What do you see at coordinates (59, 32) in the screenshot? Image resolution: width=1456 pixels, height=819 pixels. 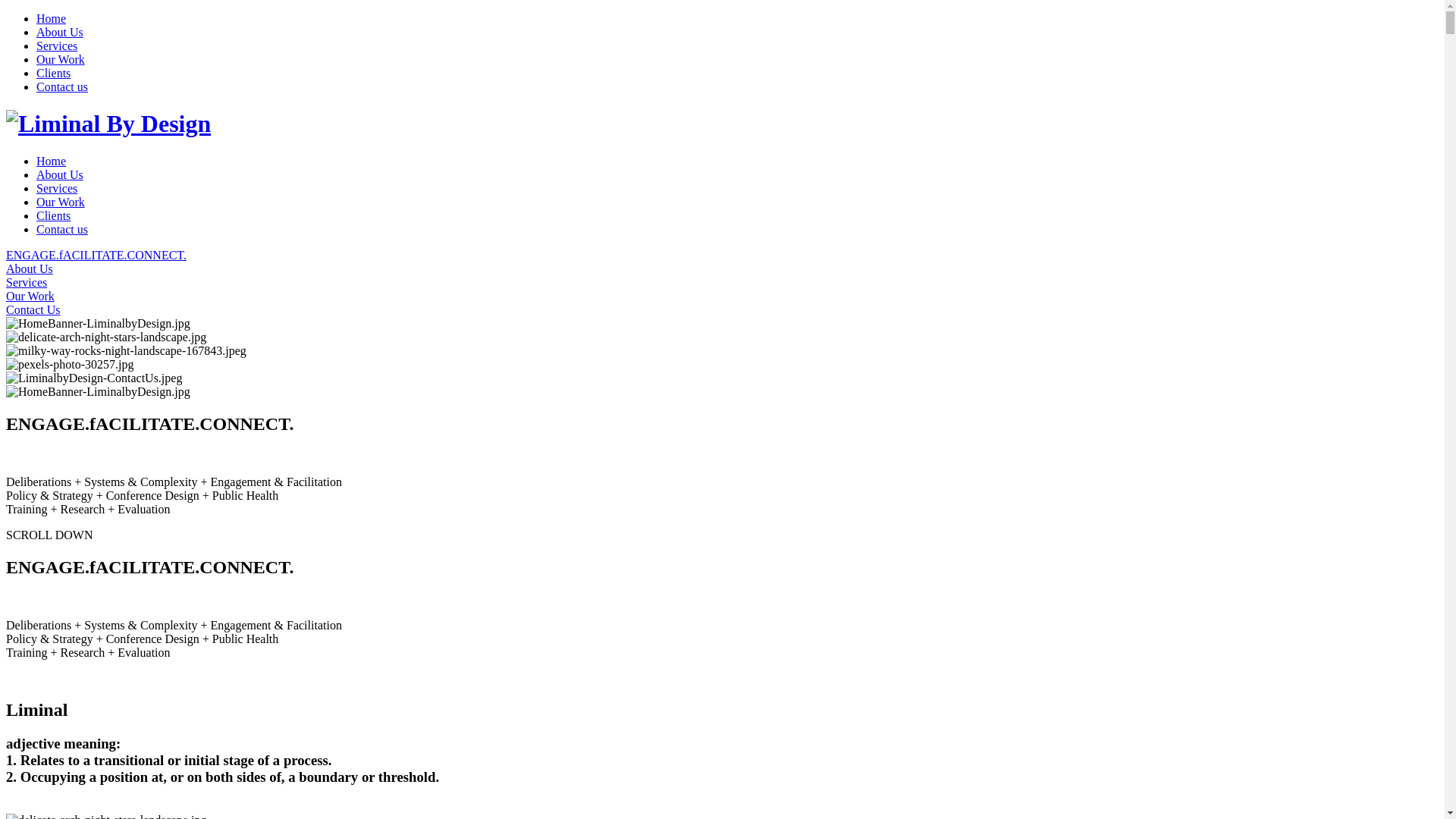 I see `'About Us'` at bounding box center [59, 32].